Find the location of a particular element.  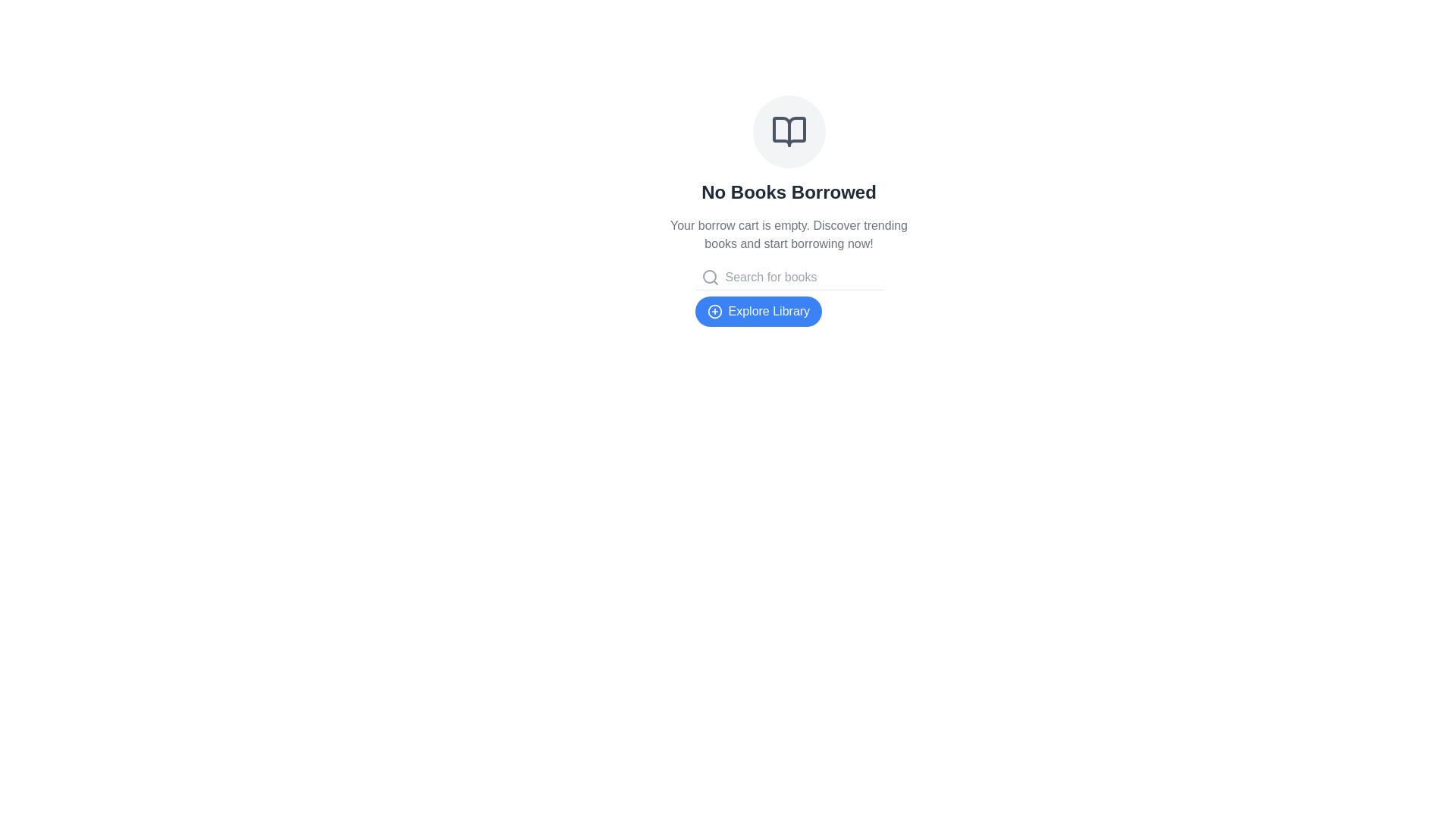

the SVG Icon representing books or reading, which is centrally located above the text 'No Books Borrowed' and has a light gray circular background is located at coordinates (789, 130).